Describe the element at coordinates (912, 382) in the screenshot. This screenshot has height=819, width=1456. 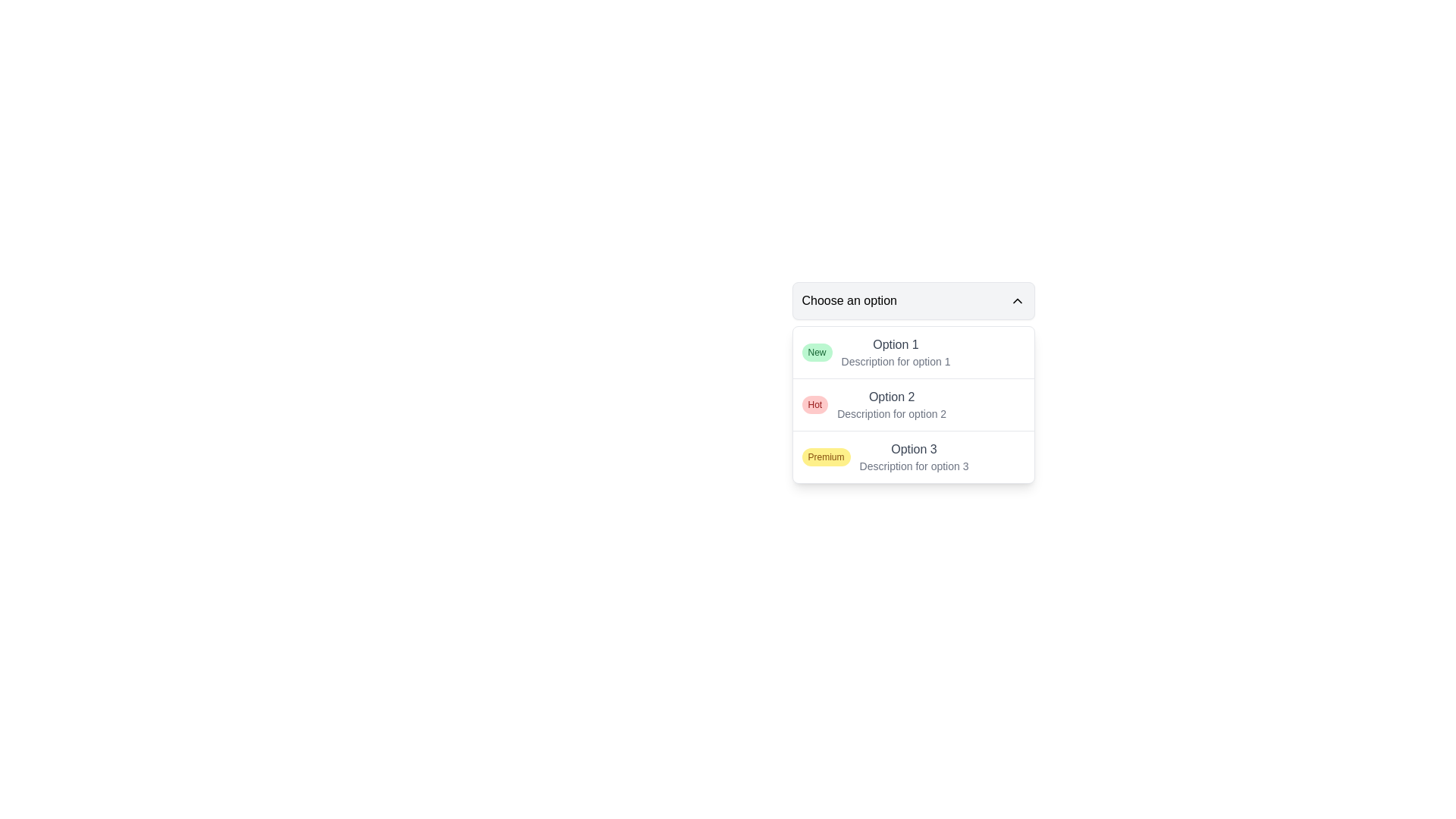
I see `the dropdown menu item labeled 'Option 2' with a red badge 'Hot'` at that location.